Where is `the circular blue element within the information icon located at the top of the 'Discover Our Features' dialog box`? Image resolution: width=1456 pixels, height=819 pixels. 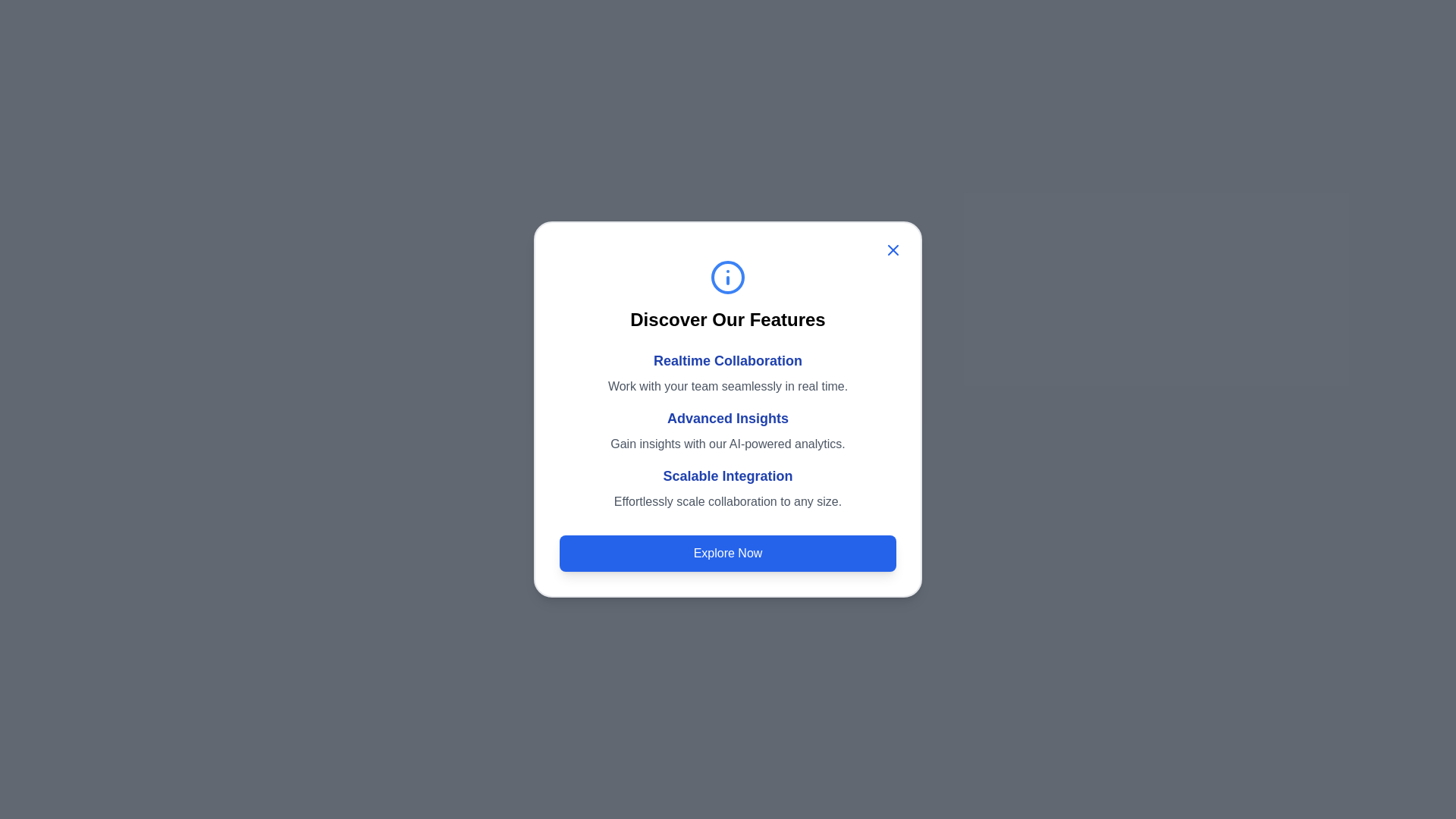 the circular blue element within the information icon located at the top of the 'Discover Our Features' dialog box is located at coordinates (728, 278).